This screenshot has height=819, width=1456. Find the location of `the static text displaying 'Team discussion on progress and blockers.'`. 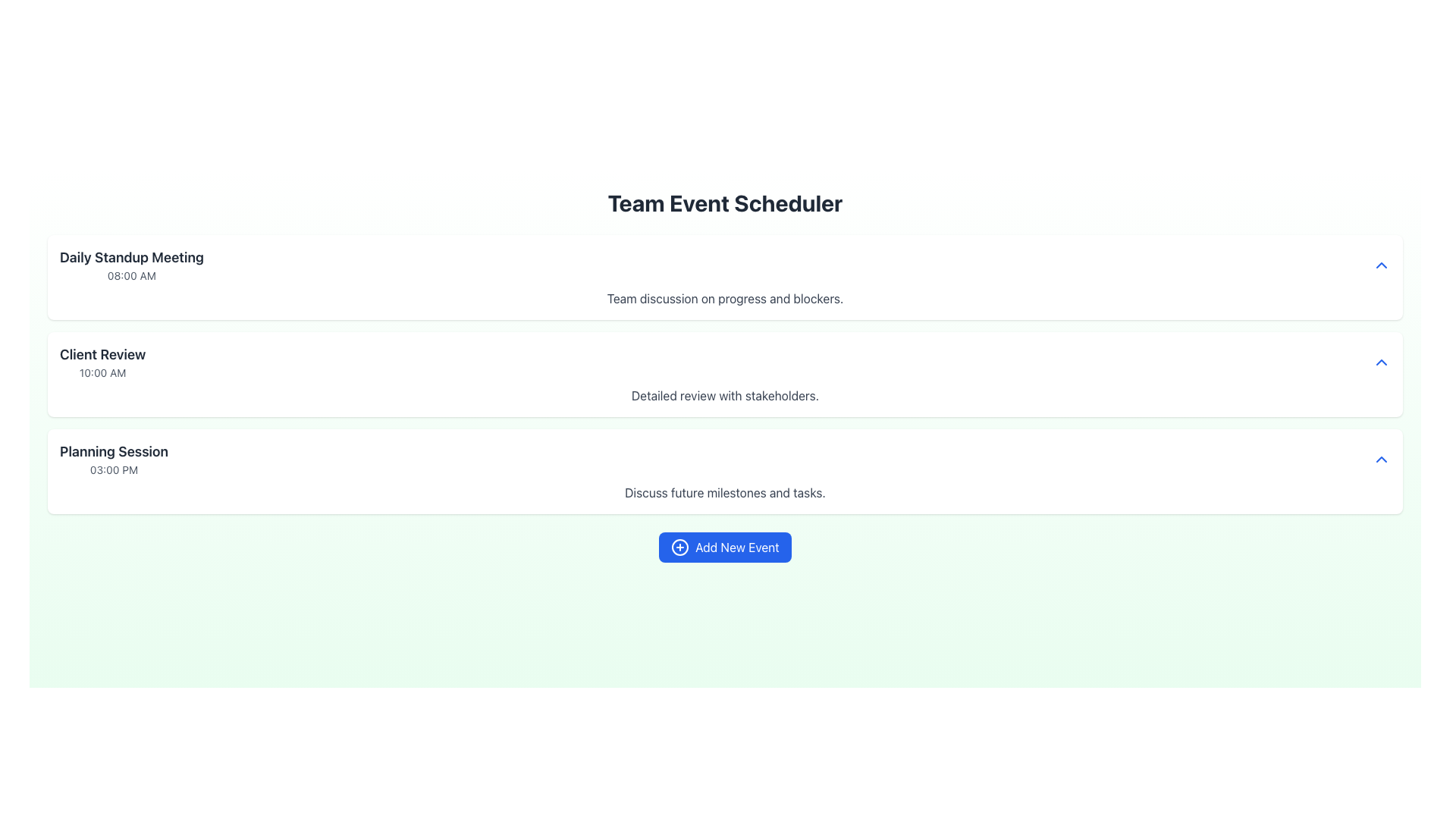

the static text displaying 'Team discussion on progress and blockers.' is located at coordinates (724, 298).